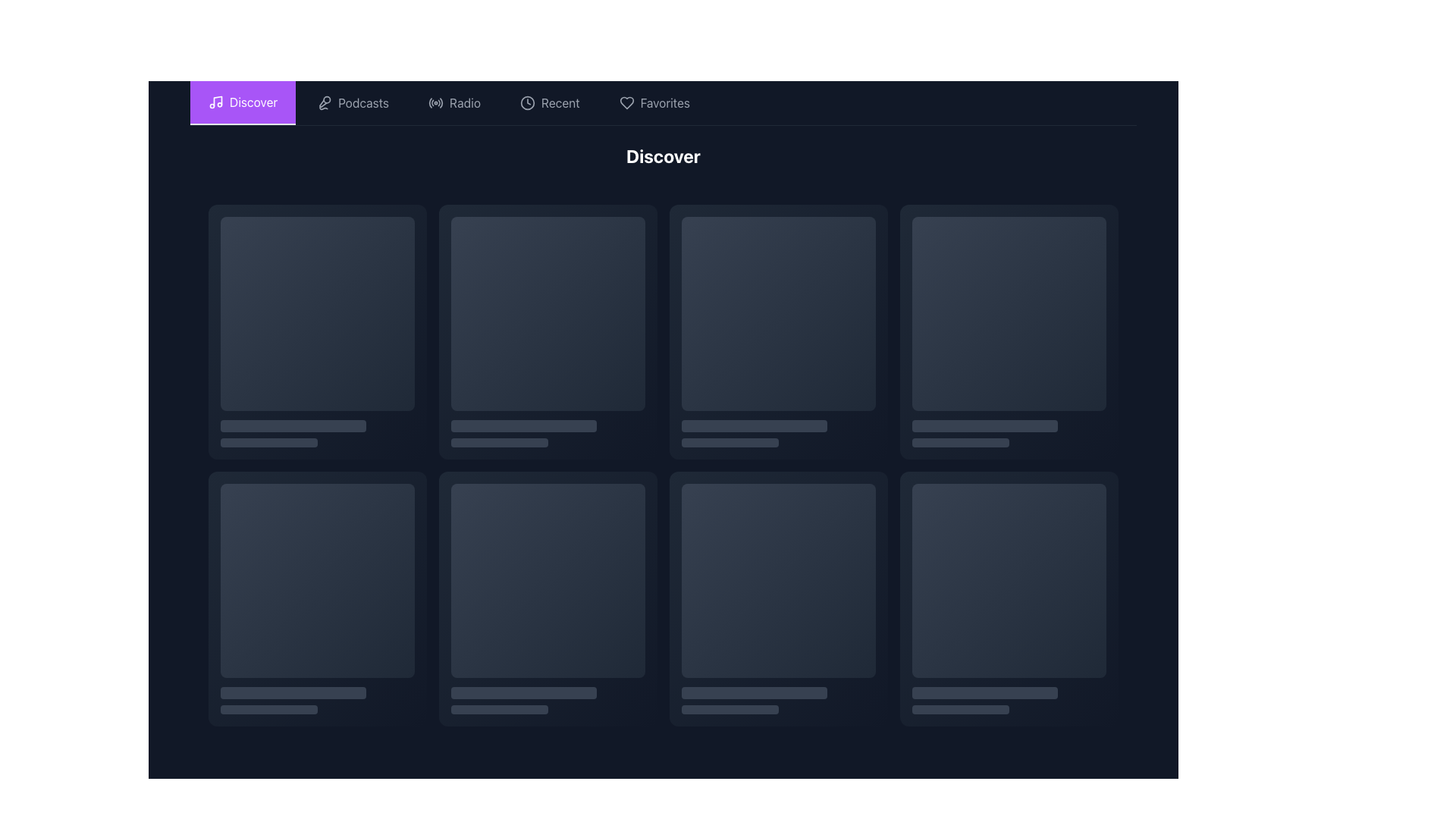  What do you see at coordinates (560, 102) in the screenshot?
I see `the 'Recent' text label in the navigation menu` at bounding box center [560, 102].